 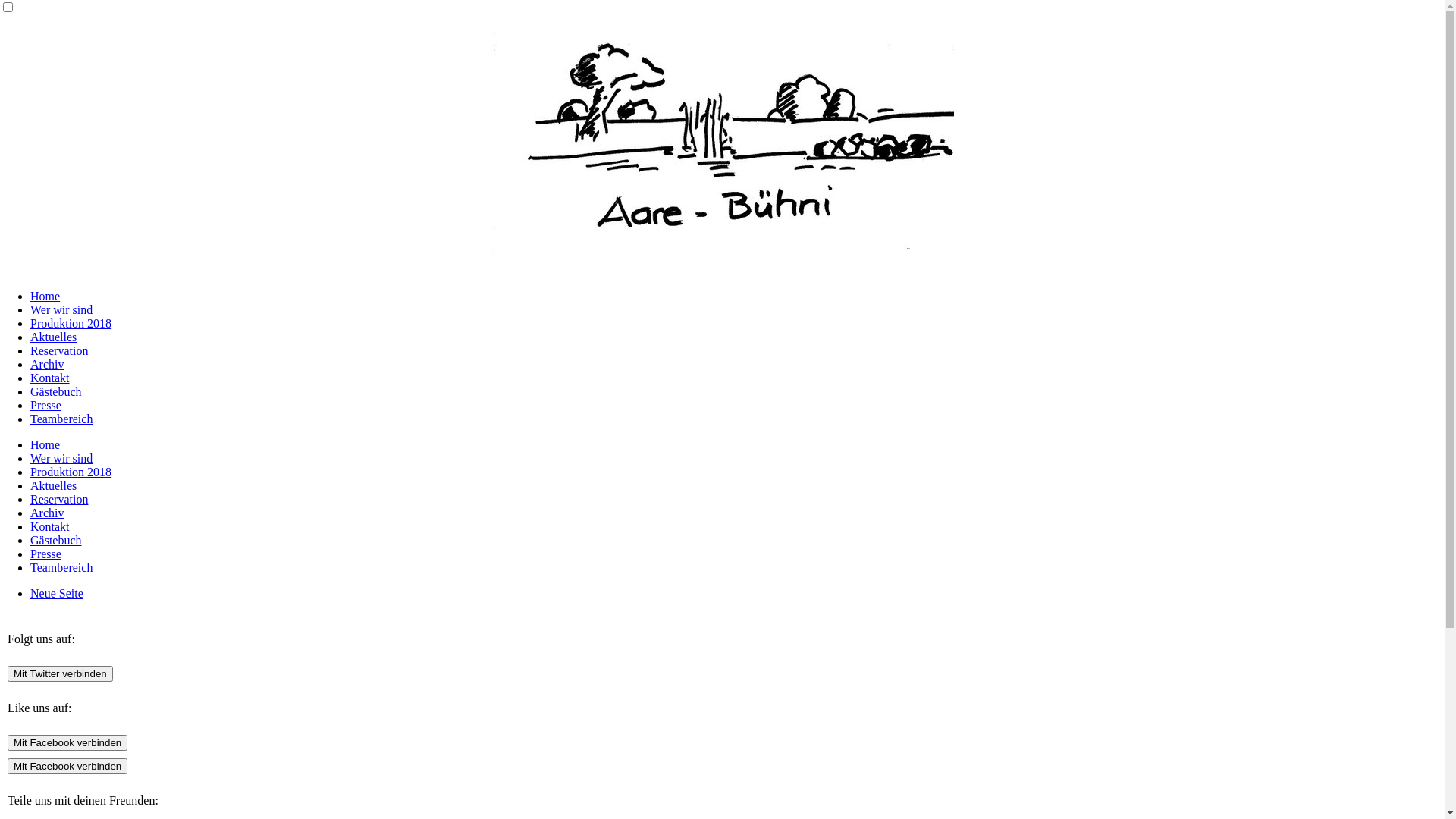 I want to click on 'Neue Seite', so click(x=57, y=592).